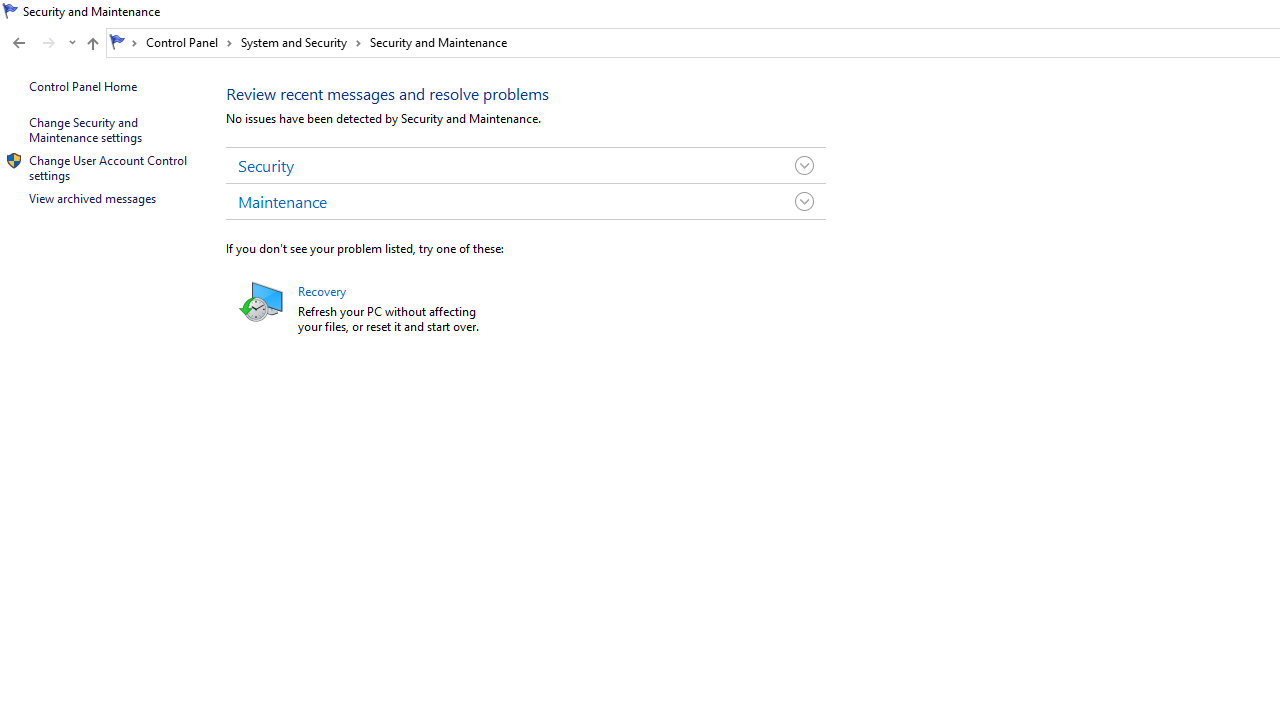 The height and width of the screenshot is (720, 1280). What do you see at coordinates (189, 42) in the screenshot?
I see `'Control Panel'` at bounding box center [189, 42].